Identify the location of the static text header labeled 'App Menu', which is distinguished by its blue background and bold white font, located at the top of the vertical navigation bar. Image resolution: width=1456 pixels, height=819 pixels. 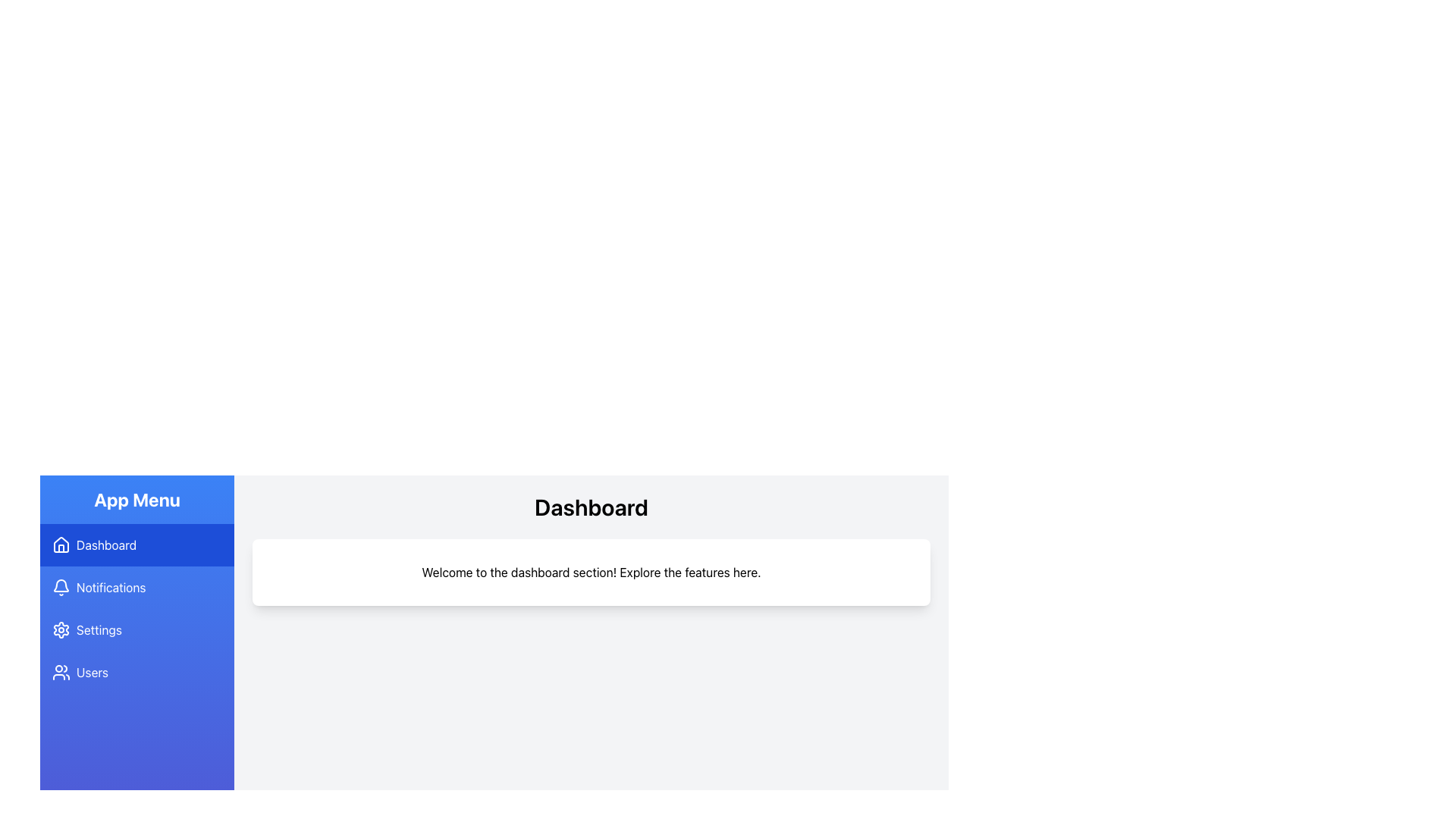
(137, 500).